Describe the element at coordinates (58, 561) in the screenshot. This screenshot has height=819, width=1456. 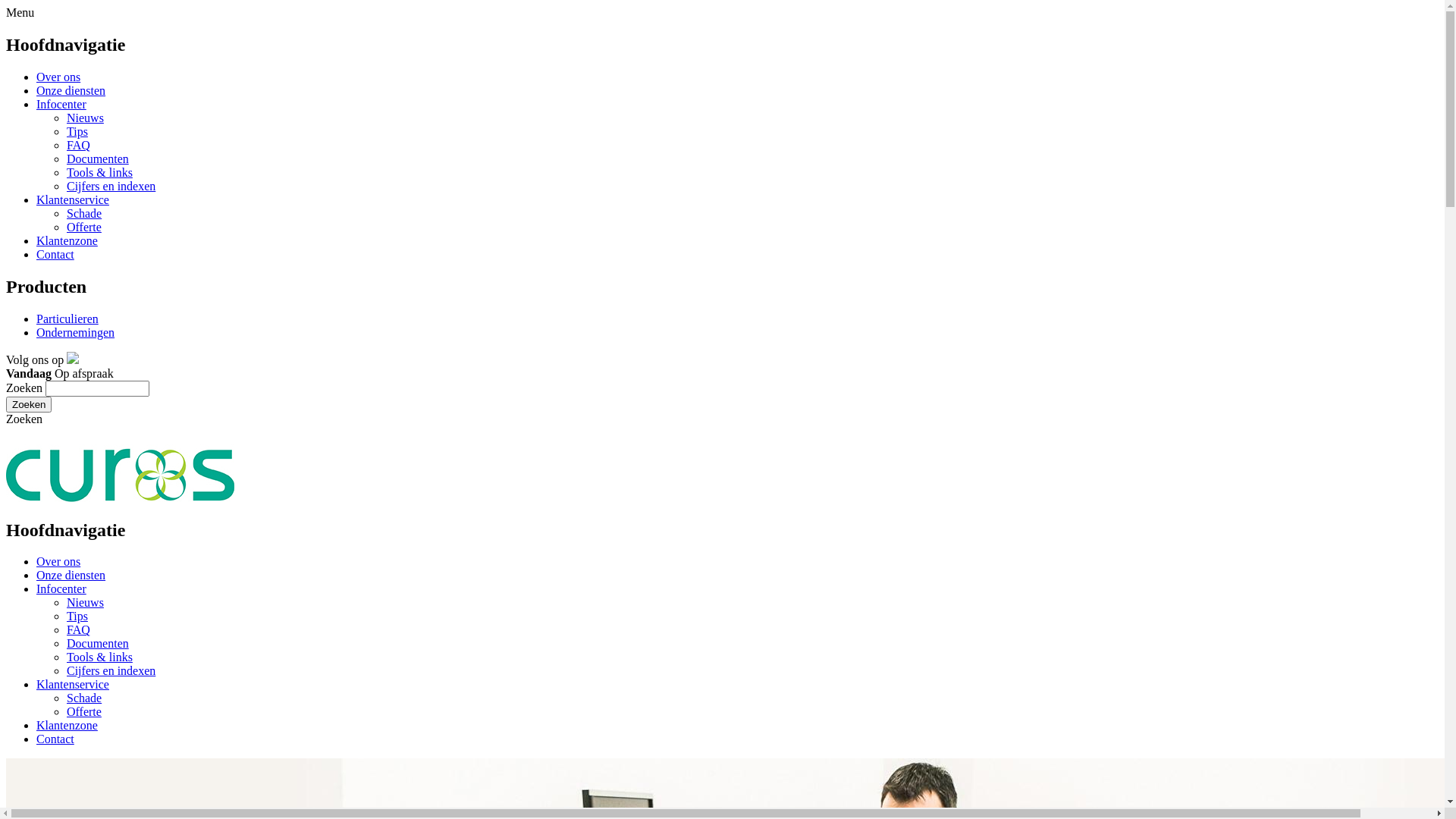
I see `'Over ons'` at that location.